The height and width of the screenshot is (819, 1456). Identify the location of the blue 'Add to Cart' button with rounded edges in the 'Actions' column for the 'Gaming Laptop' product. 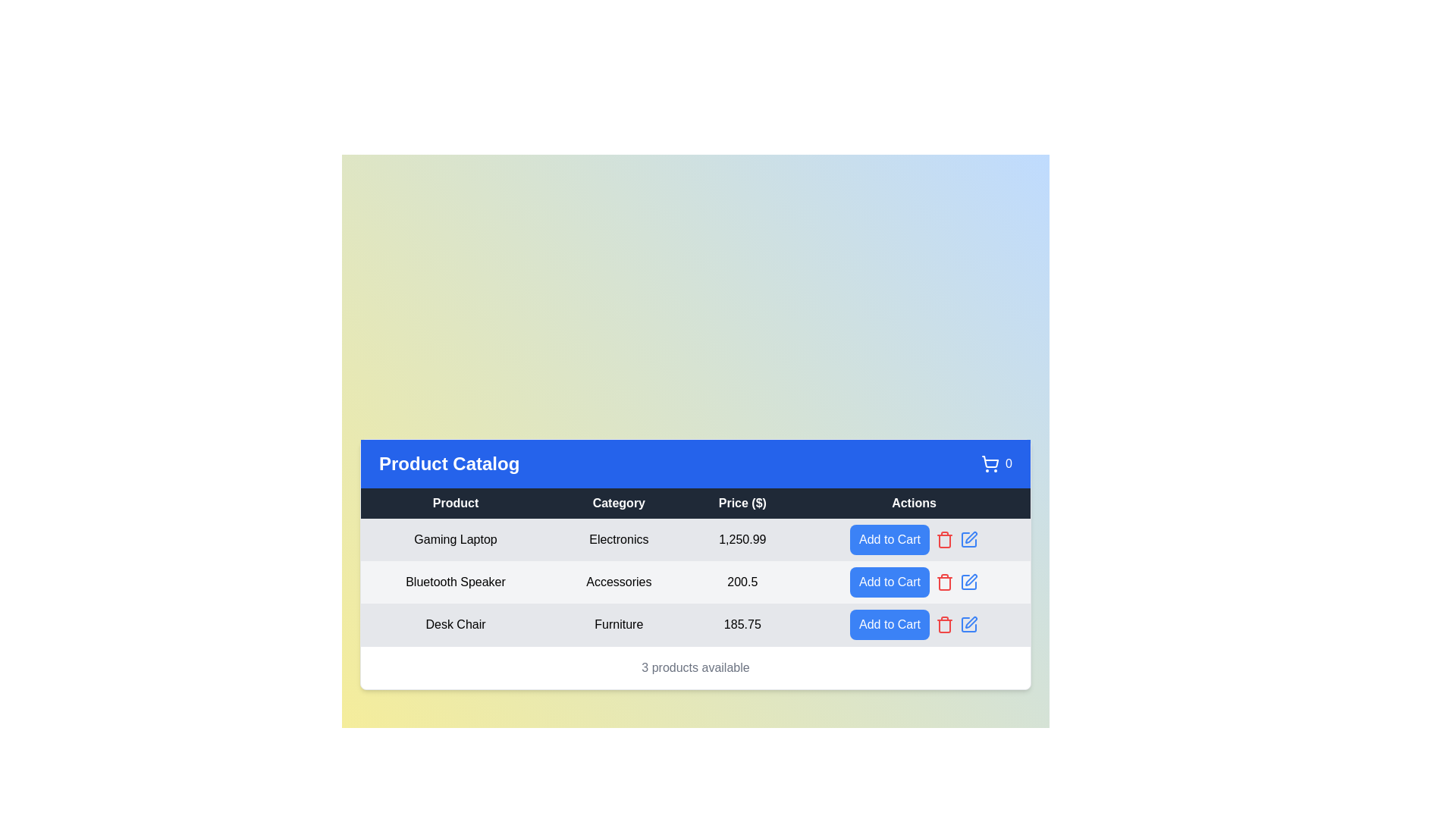
(913, 538).